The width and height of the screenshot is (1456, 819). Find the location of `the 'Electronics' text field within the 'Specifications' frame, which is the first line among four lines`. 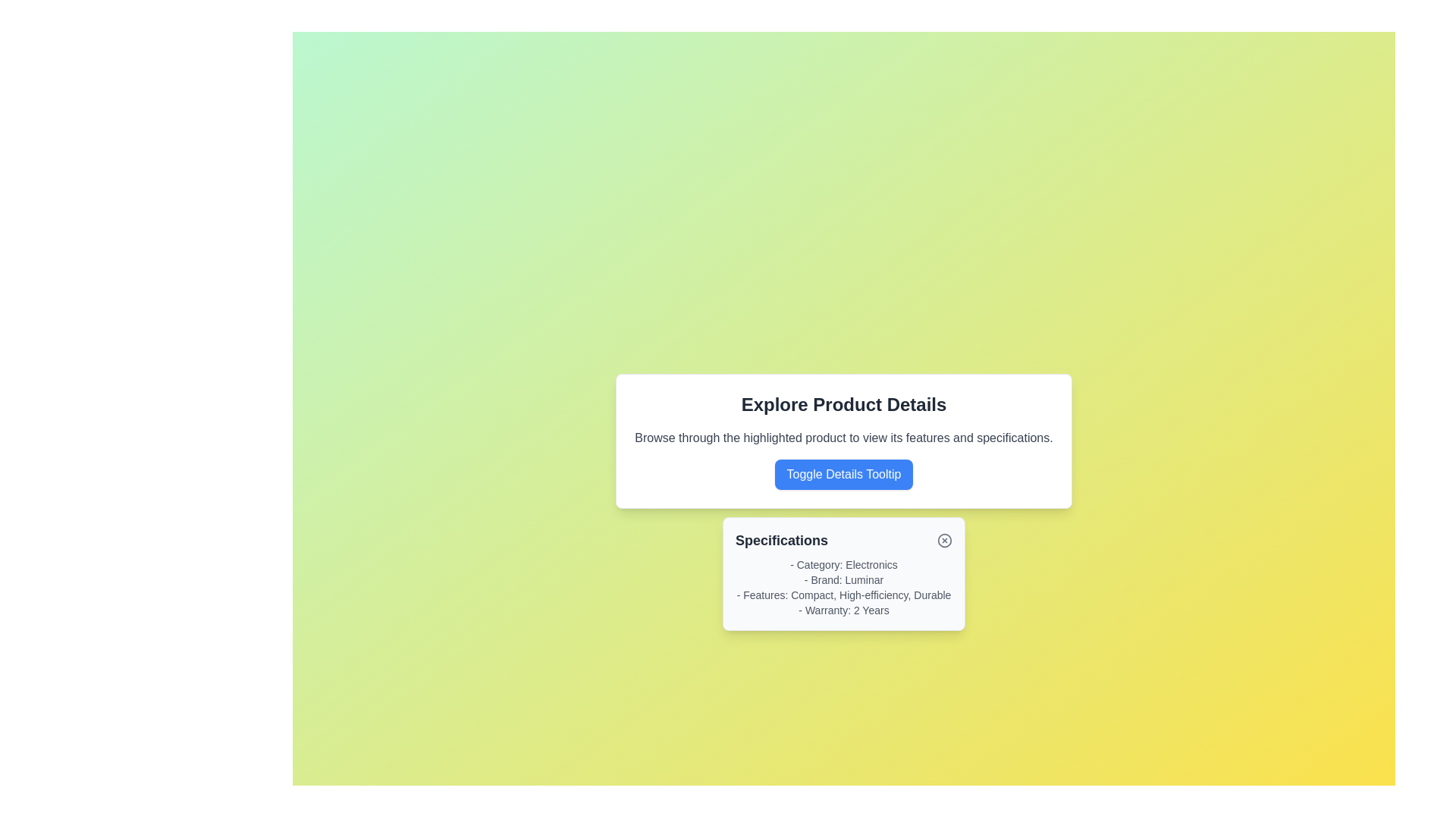

the 'Electronics' text field within the 'Specifications' frame, which is the first line among four lines is located at coordinates (843, 564).